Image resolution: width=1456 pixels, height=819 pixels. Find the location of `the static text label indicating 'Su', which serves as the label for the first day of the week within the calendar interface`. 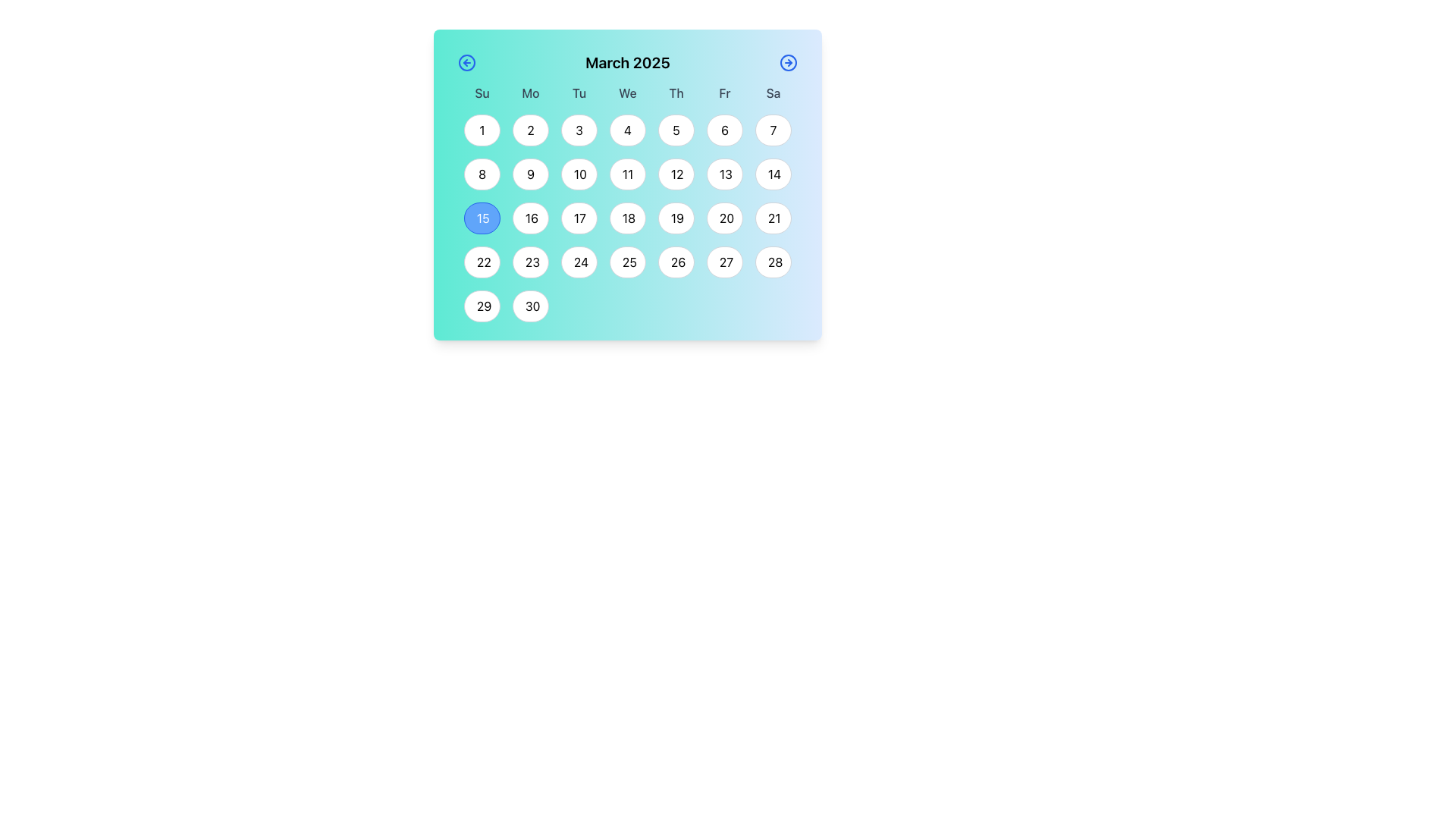

the static text label indicating 'Su', which serves as the label for the first day of the week within the calendar interface is located at coordinates (481, 93).